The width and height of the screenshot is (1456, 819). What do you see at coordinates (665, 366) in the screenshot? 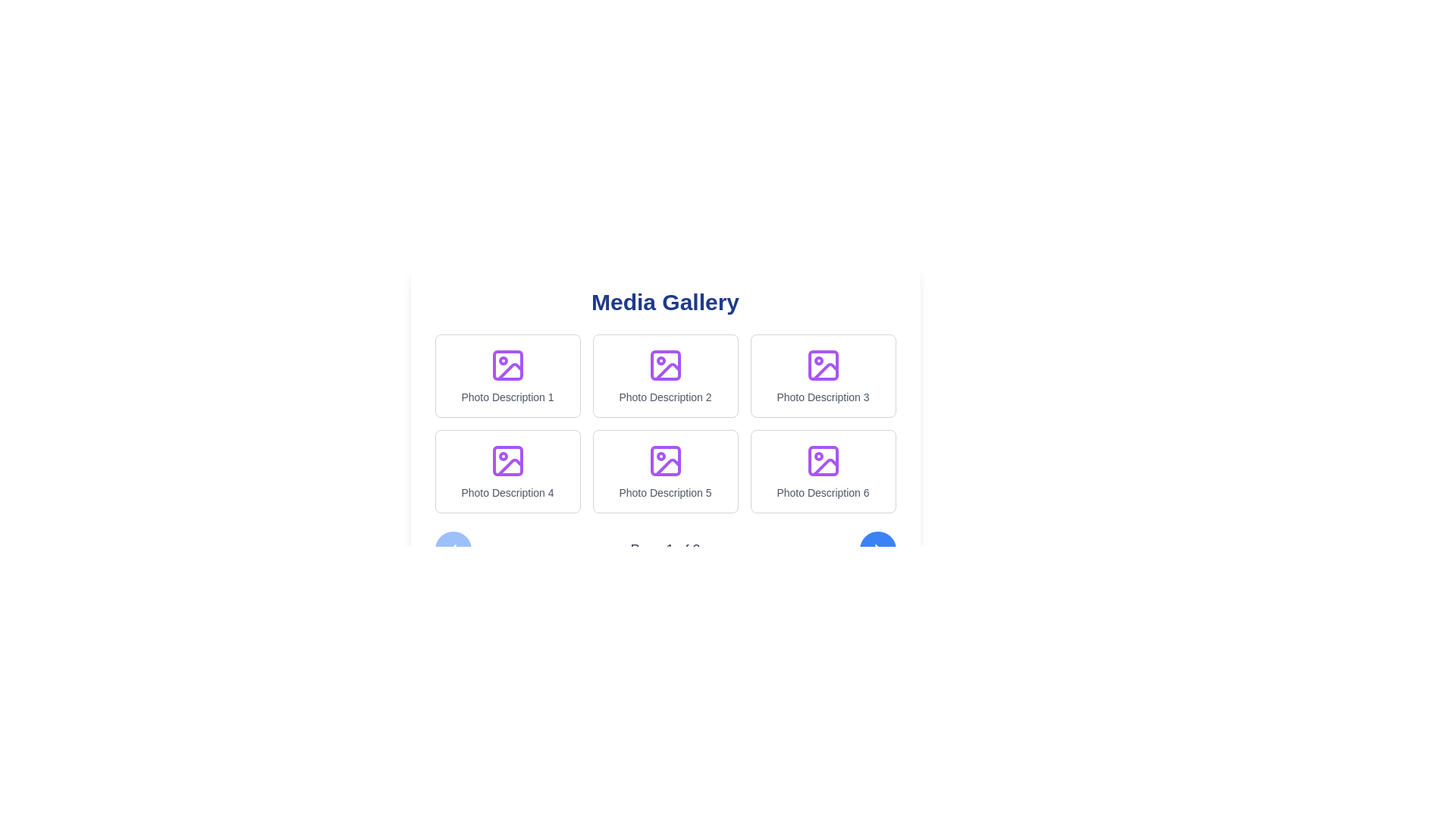
I see `the upper centered Image Icon in the grid layout under the 'Media Gallery' title` at bounding box center [665, 366].